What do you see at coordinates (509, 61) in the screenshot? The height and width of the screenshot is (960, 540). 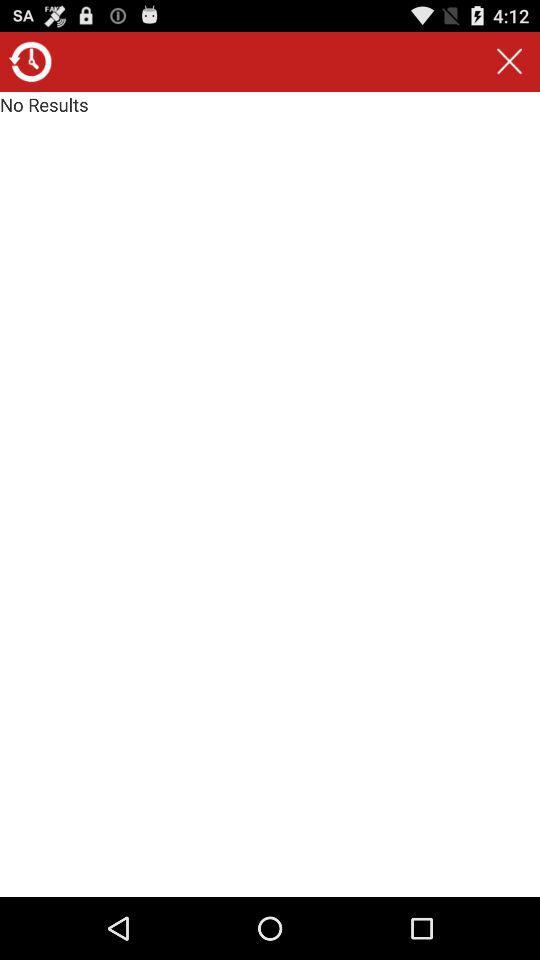 I see `page` at bounding box center [509, 61].